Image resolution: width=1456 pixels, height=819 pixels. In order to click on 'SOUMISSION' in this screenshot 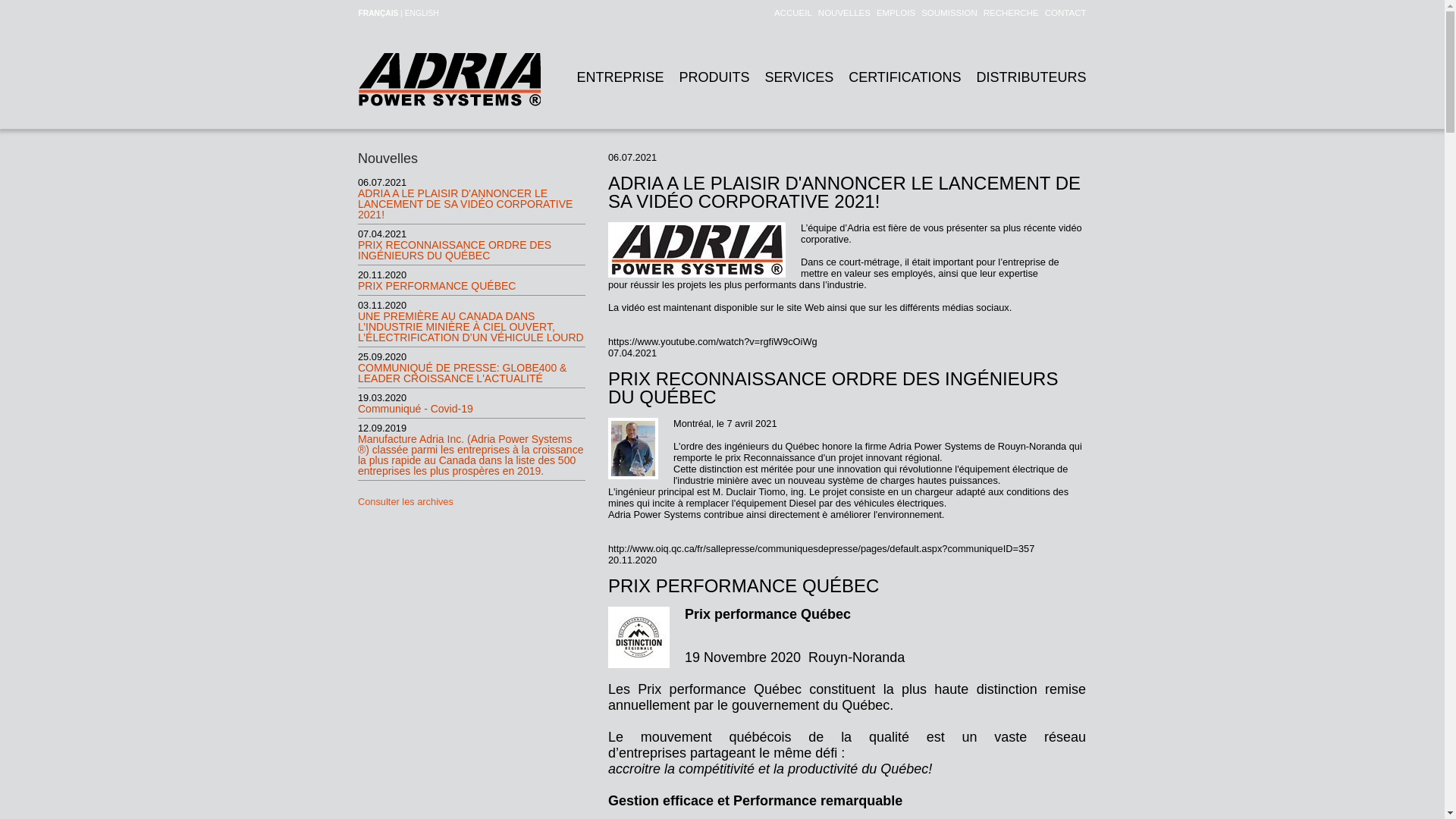, I will do `click(946, 12)`.